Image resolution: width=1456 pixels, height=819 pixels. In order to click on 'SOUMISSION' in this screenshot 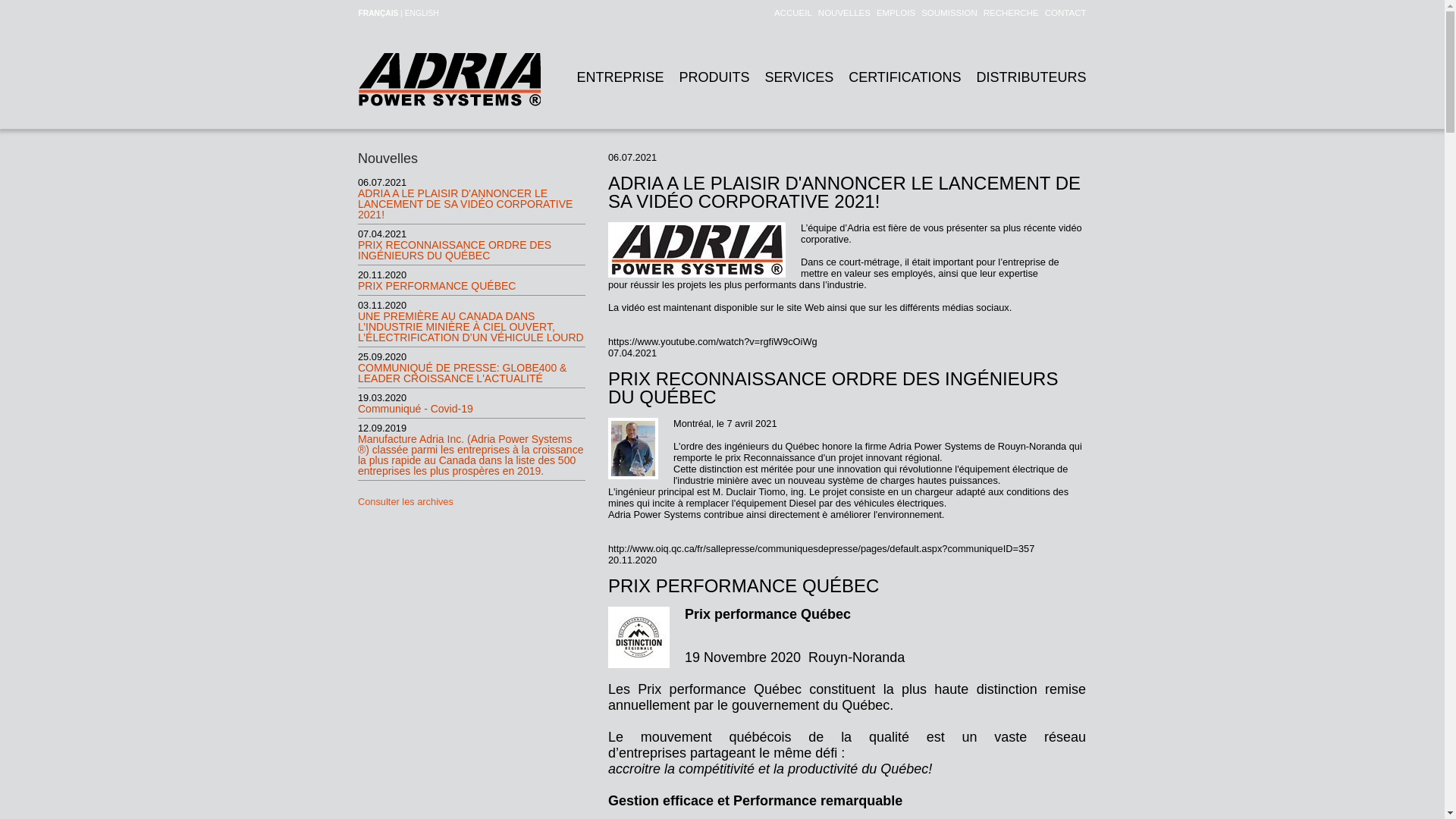, I will do `click(946, 12)`.